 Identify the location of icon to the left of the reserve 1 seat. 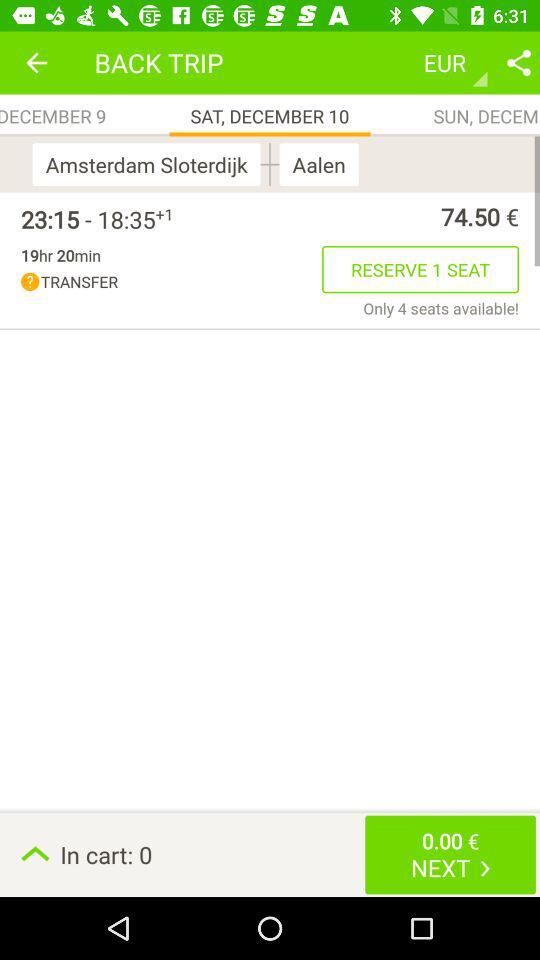
(171, 281).